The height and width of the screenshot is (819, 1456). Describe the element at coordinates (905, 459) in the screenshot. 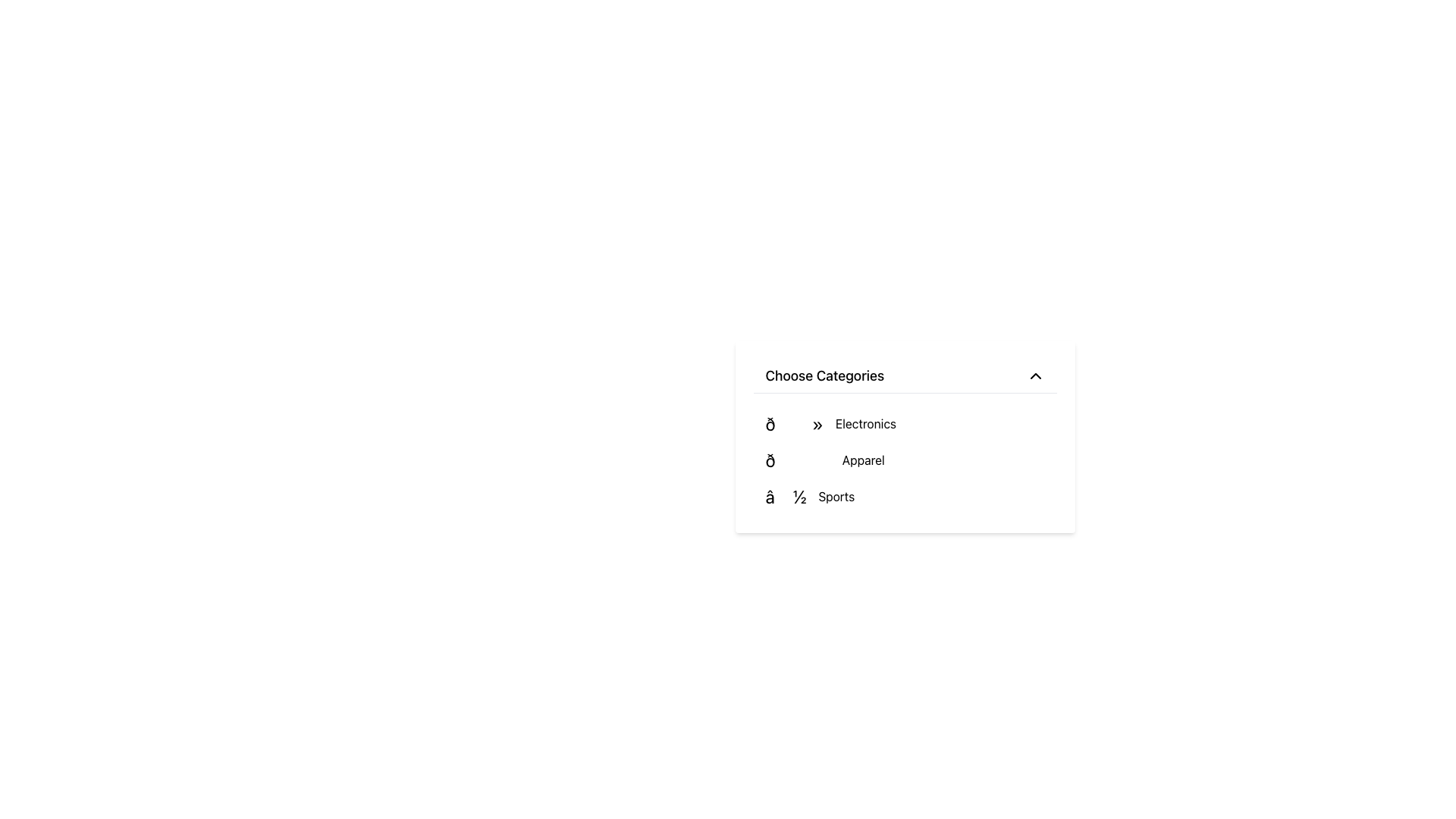

I see `the 'Apparel' category item in the dropdown menu using keyboard navigation for accessibility. This item is the second option in the dropdown, positioned between 'Electronics' and 'Sports'` at that location.